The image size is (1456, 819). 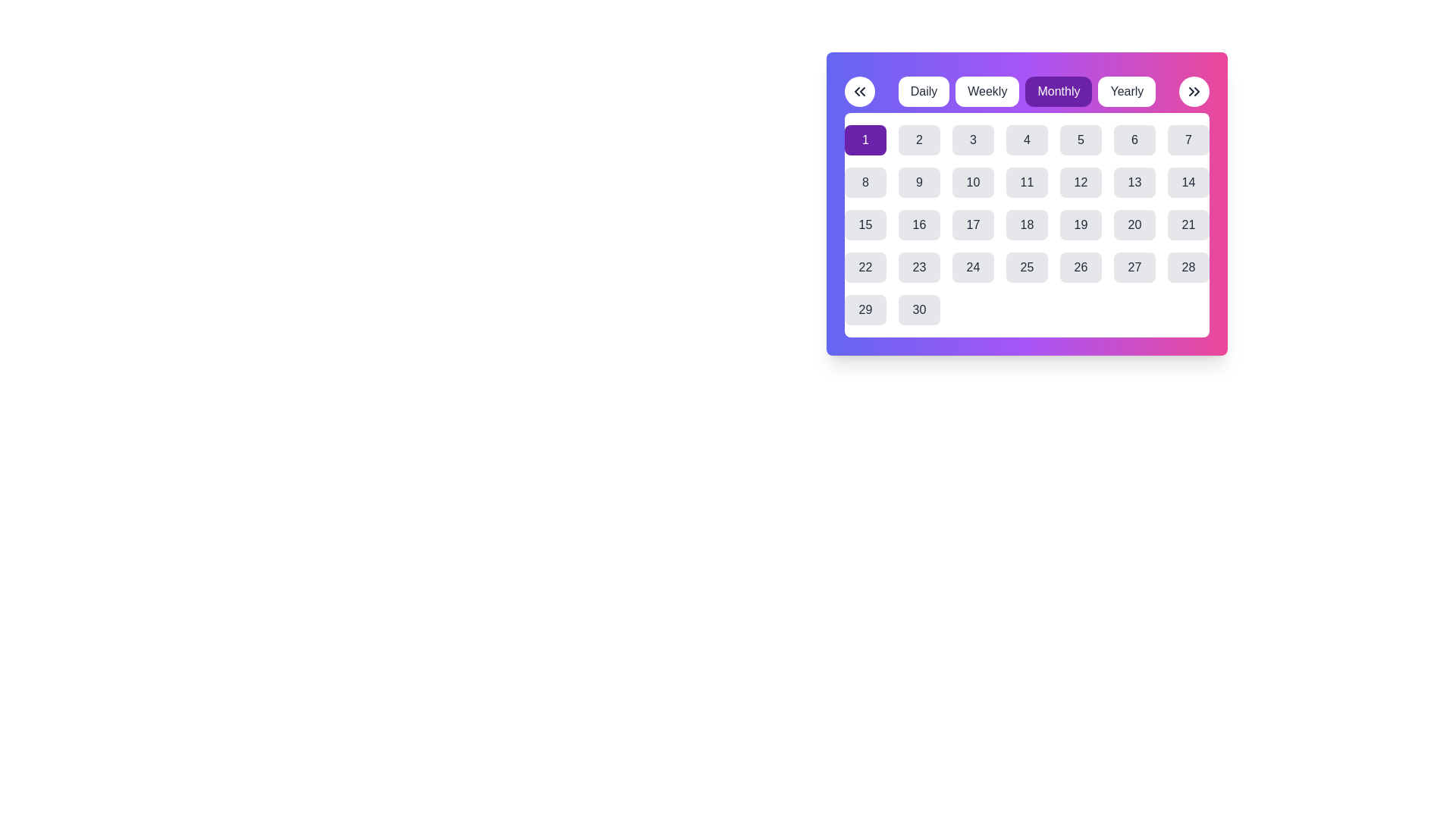 What do you see at coordinates (1027, 267) in the screenshot?
I see `the clickable button representing the calendar day 25` at bounding box center [1027, 267].